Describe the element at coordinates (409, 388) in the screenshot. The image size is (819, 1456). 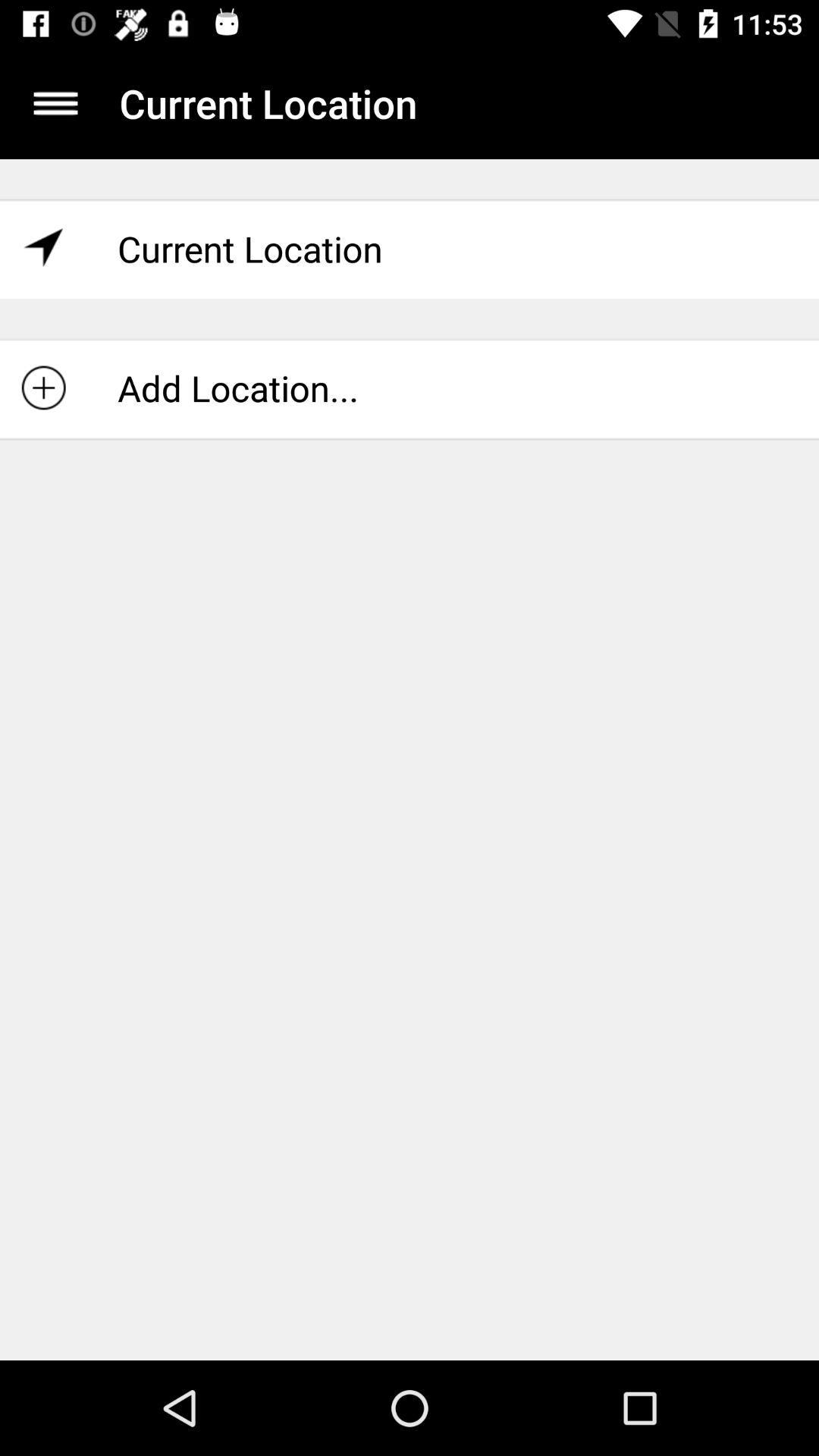
I see `add location... icon` at that location.